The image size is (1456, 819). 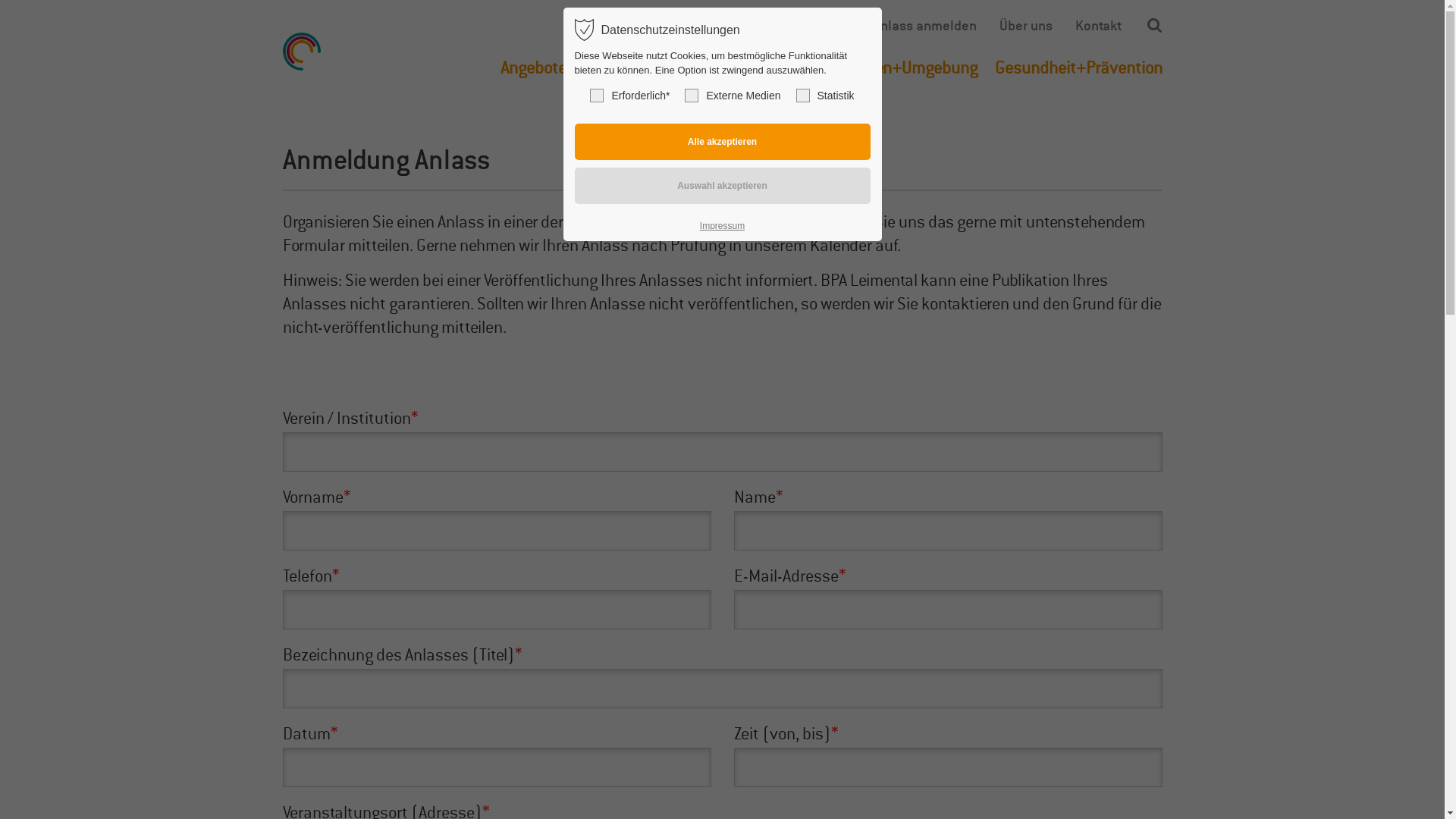 What do you see at coordinates (924, 25) in the screenshot?
I see `'Anlass anmelden'` at bounding box center [924, 25].